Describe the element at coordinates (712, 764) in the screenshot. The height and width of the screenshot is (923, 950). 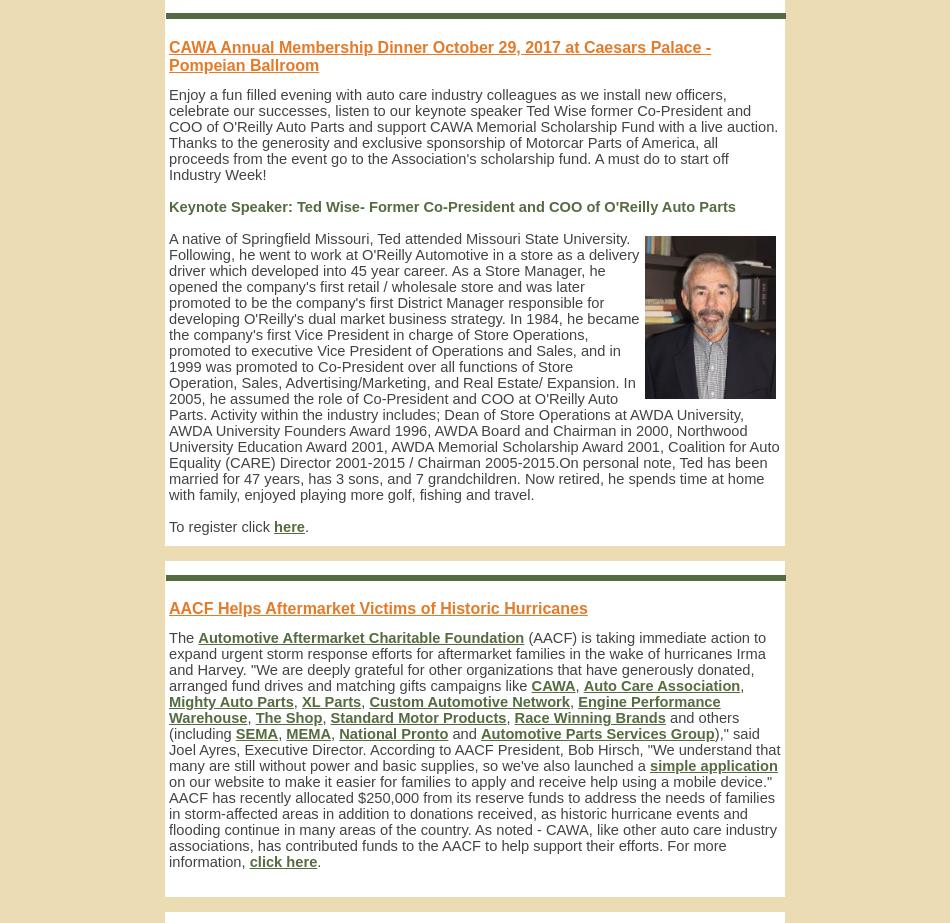
I see `'simple application'` at that location.